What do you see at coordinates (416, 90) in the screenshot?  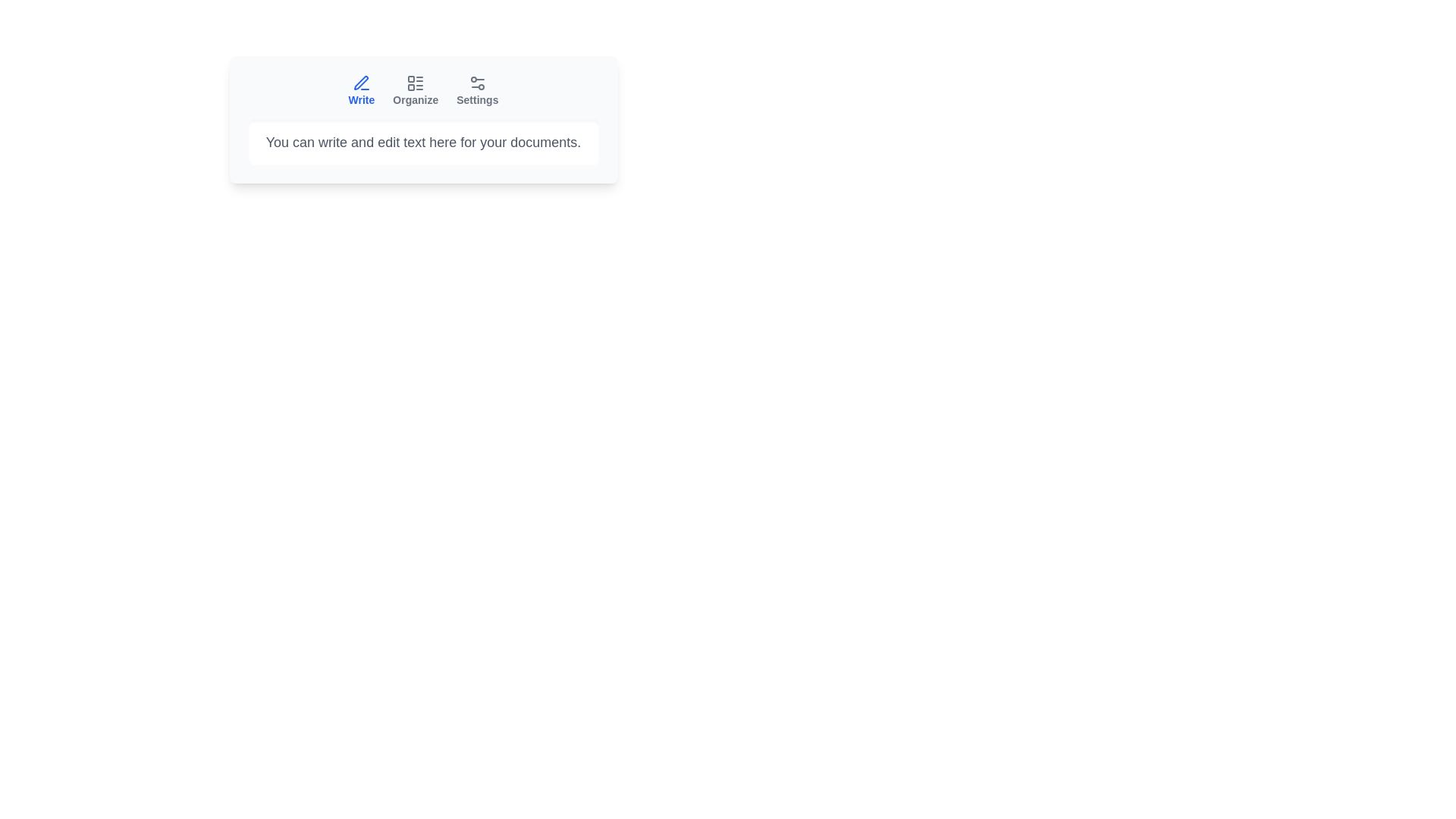 I see `the tab button labeled Organize` at bounding box center [416, 90].